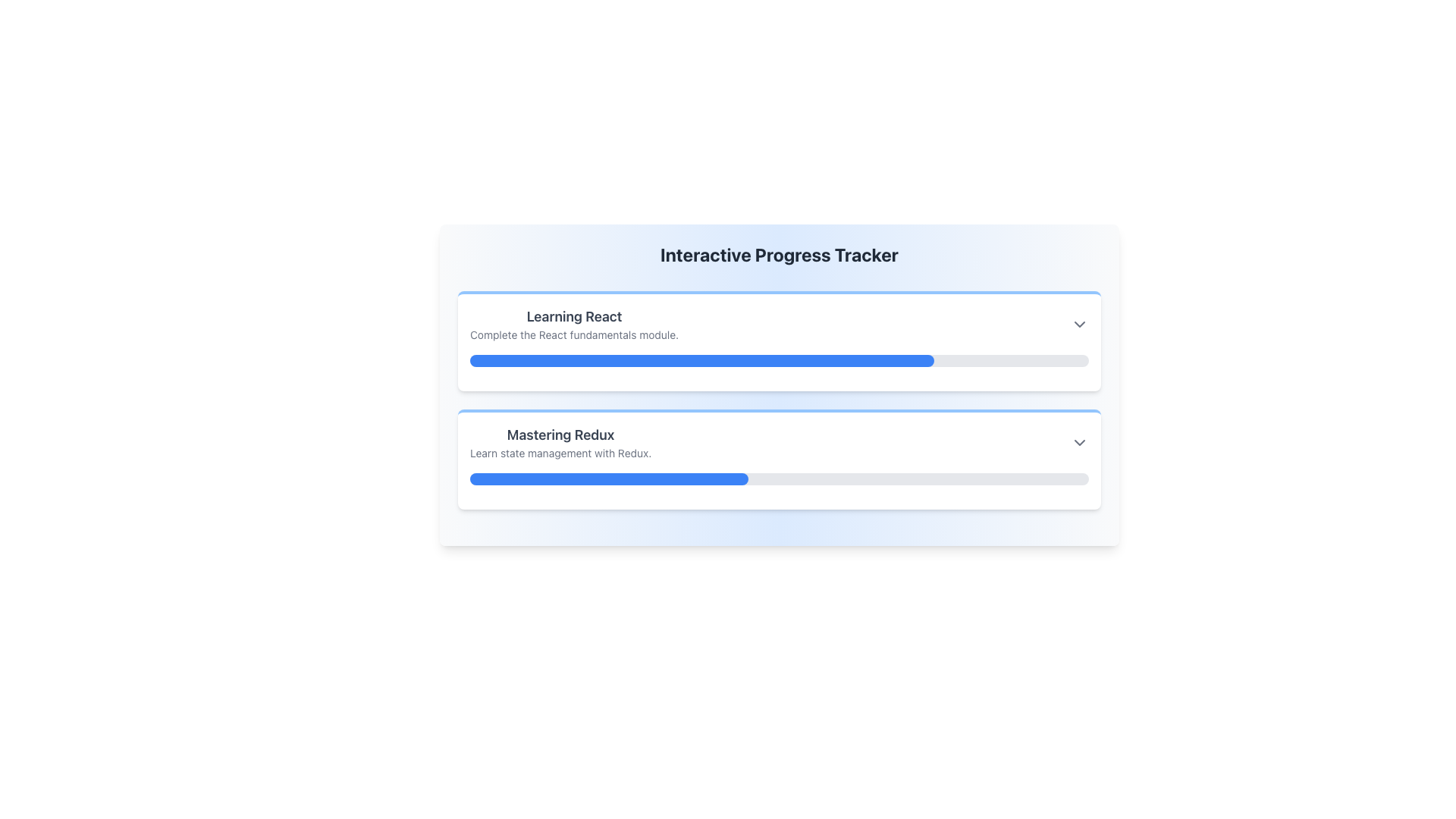  I want to click on text from the title label that serves as a header for the section about learning state management using Redux, located below the progress tracker section and above the subheading, so click(560, 435).